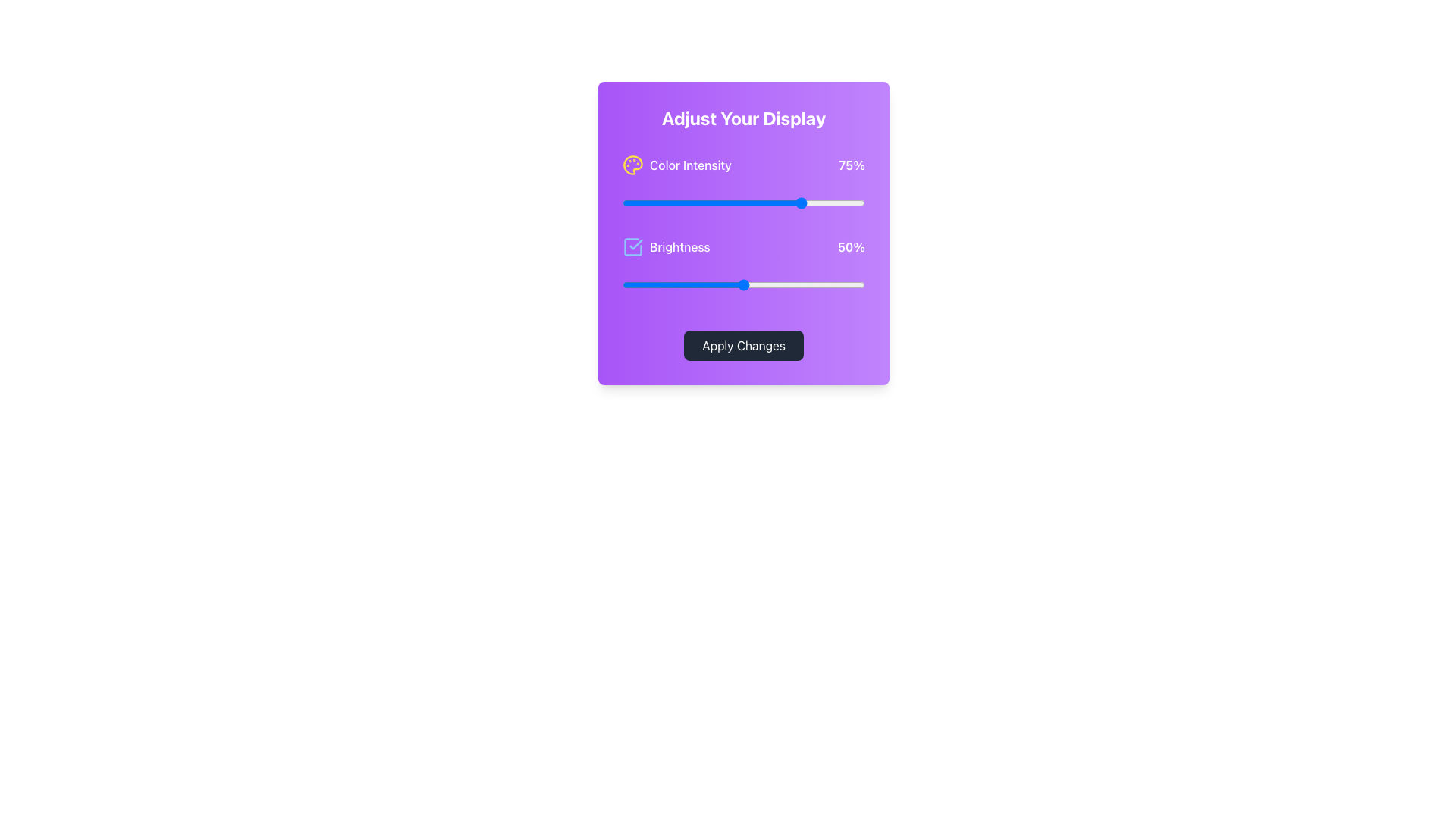 Image resolution: width=1456 pixels, height=819 pixels. What do you see at coordinates (636, 243) in the screenshot?
I see `the blue checkmark icon located in the second row next to the 'Brightness' label` at bounding box center [636, 243].